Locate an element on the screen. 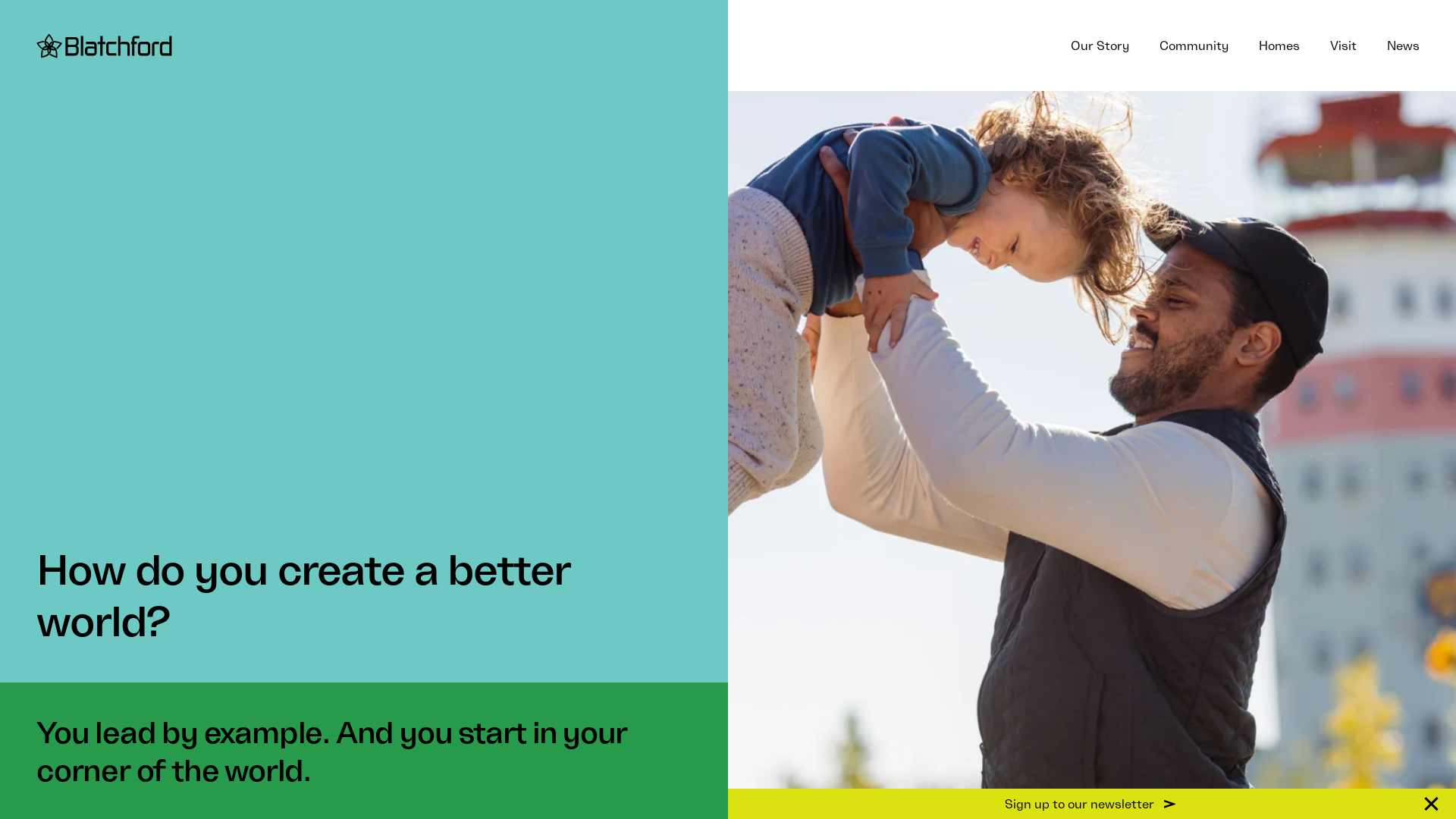  'News' is located at coordinates (1402, 45).